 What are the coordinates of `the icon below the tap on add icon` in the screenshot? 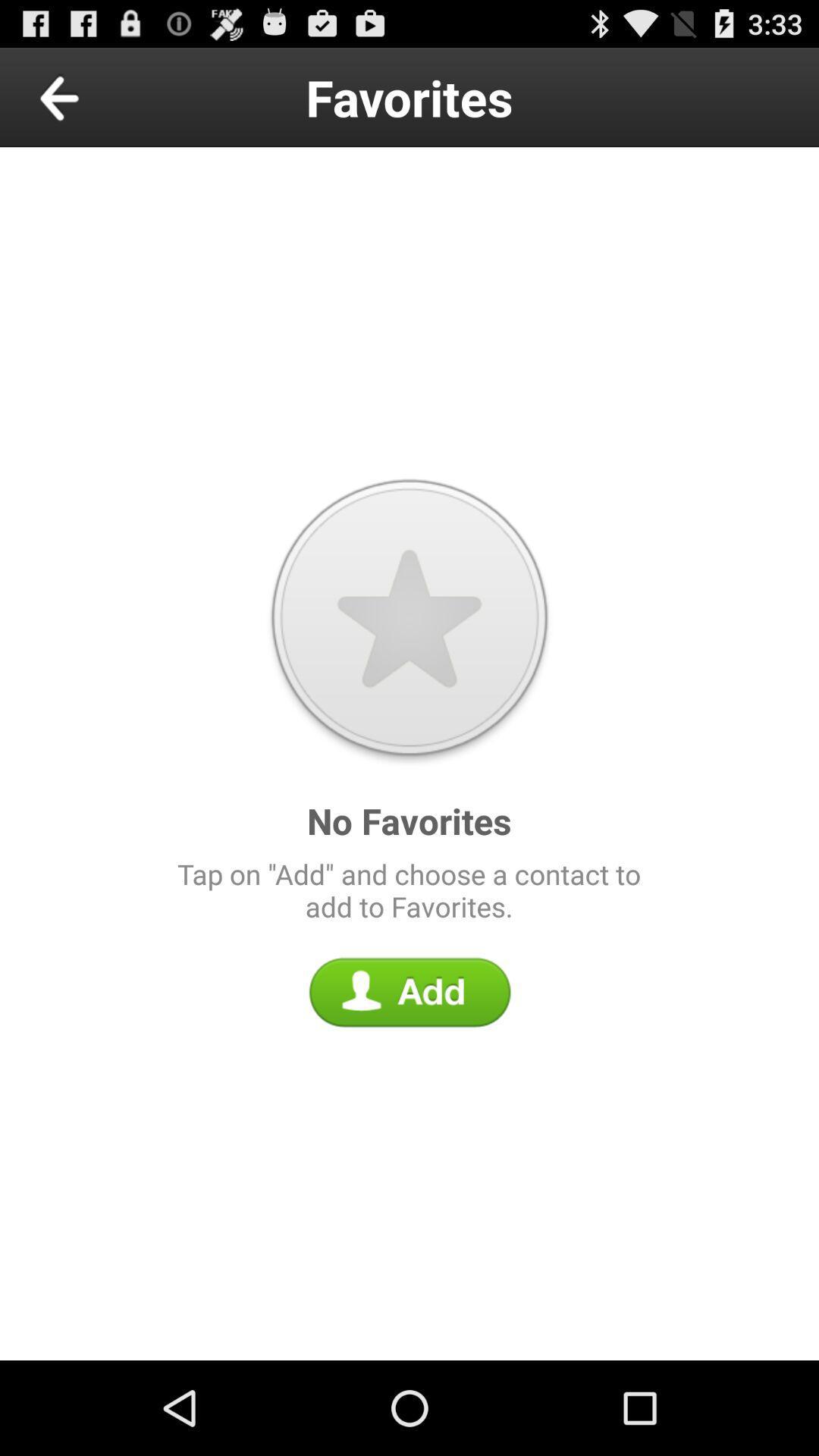 It's located at (409, 992).